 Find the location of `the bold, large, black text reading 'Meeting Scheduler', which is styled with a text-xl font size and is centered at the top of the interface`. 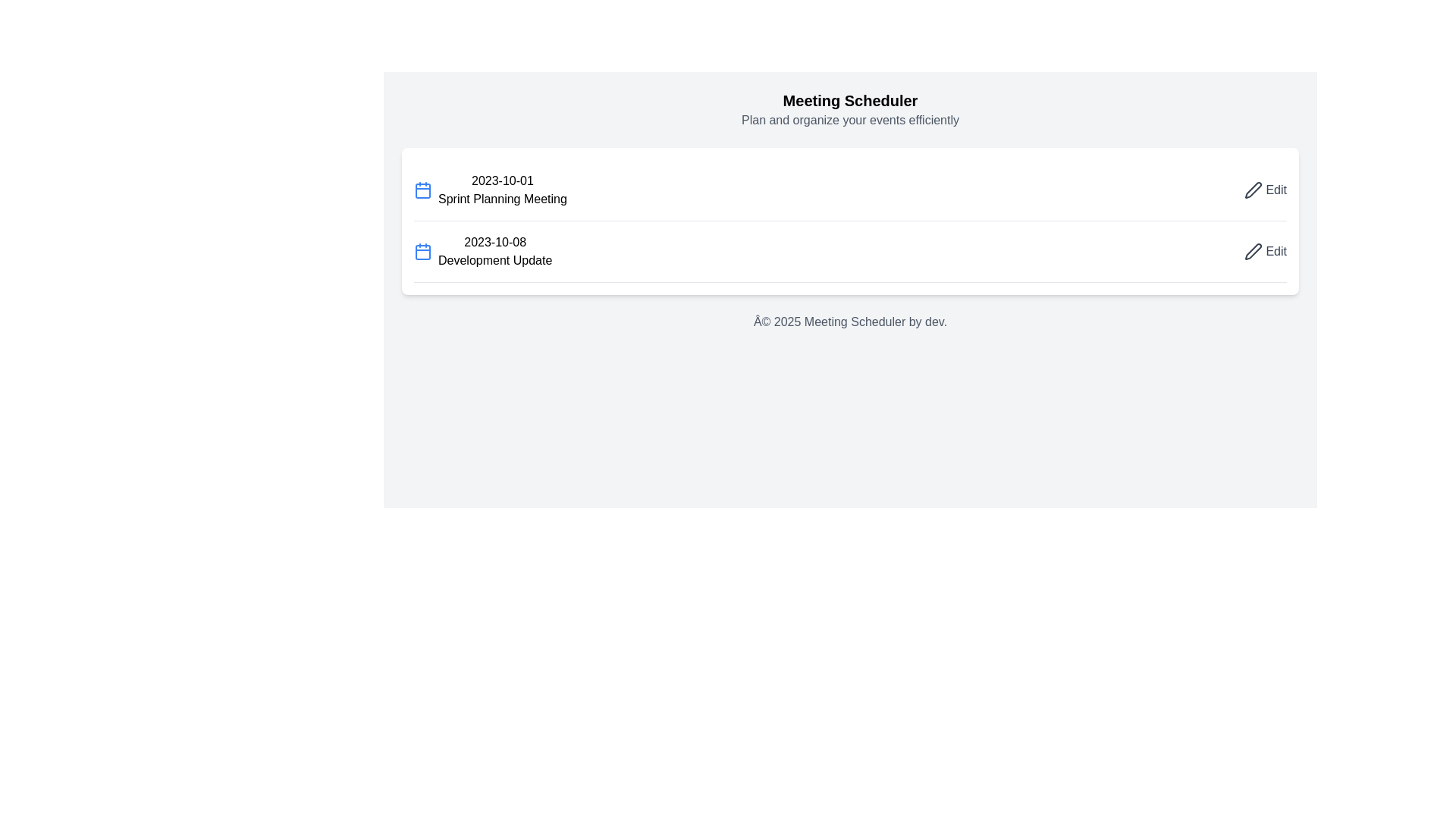

the bold, large, black text reading 'Meeting Scheduler', which is styled with a text-xl font size and is centered at the top of the interface is located at coordinates (850, 100).